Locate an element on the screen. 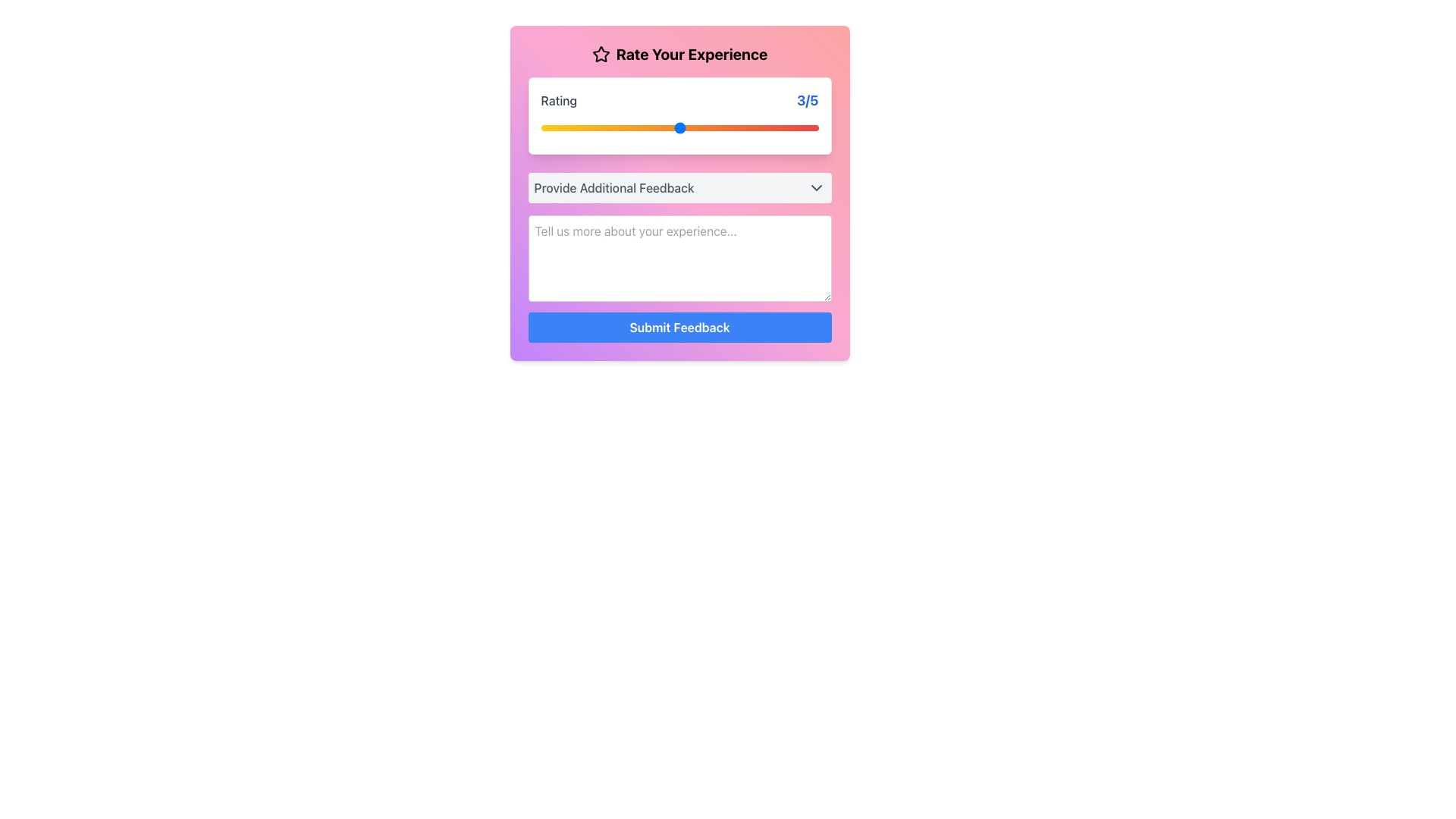 This screenshot has height=819, width=1456. the slider is located at coordinates (610, 127).